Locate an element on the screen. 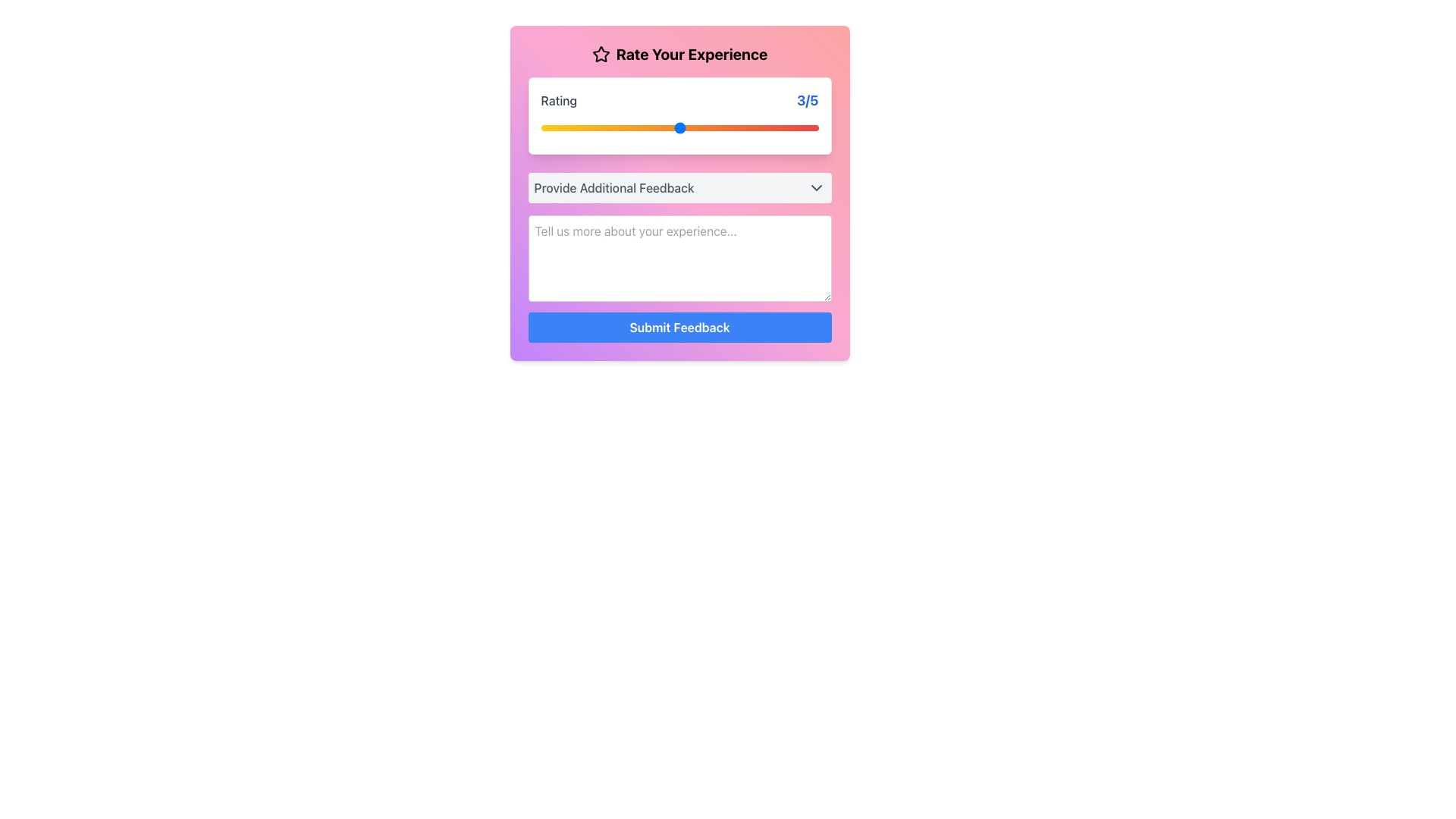 This screenshot has height=819, width=1456. the slider is located at coordinates (610, 127).